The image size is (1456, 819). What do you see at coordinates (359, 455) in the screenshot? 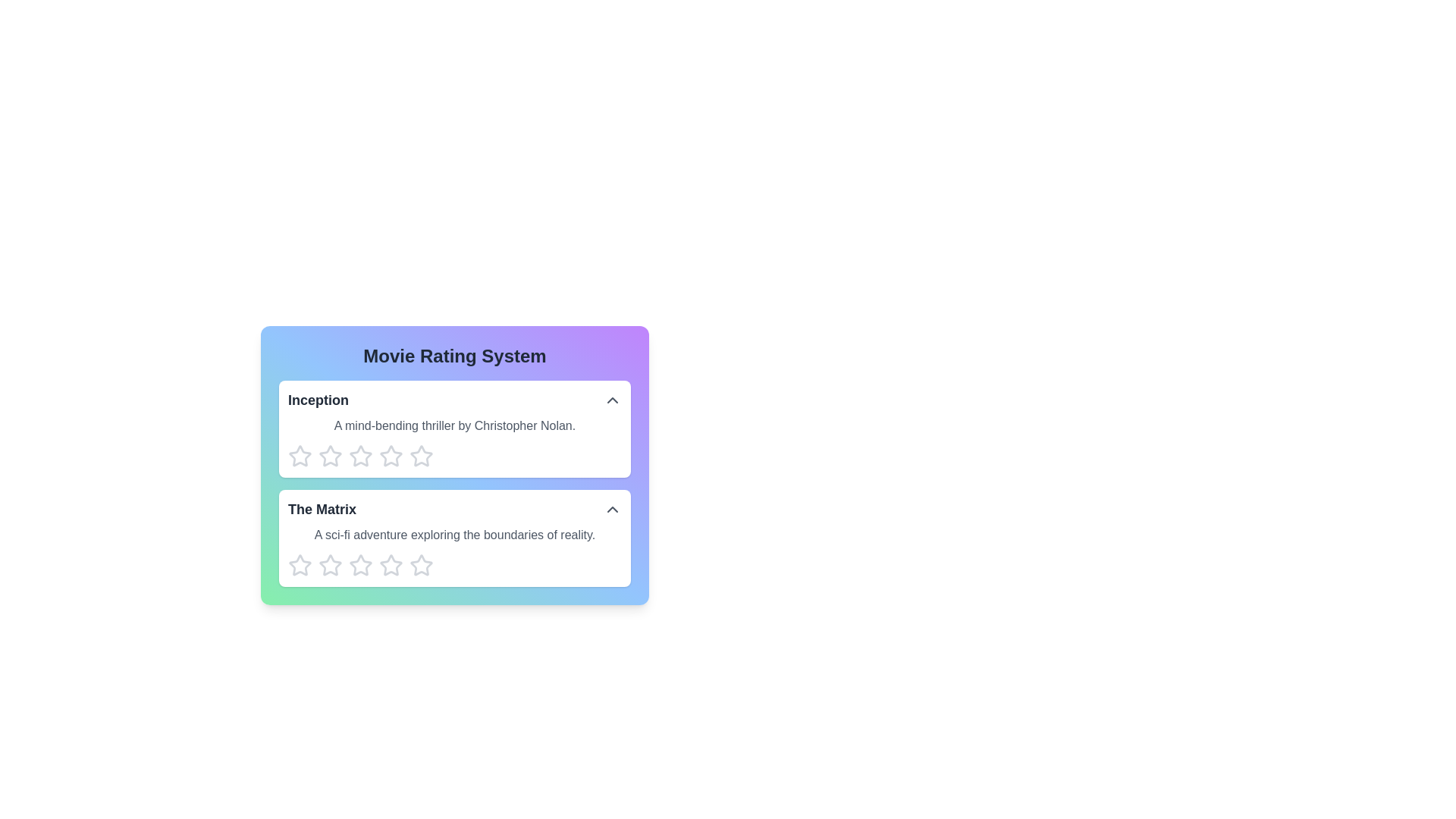
I see `the fourth interactive rating star icon in the movie rating component to rate it` at bounding box center [359, 455].